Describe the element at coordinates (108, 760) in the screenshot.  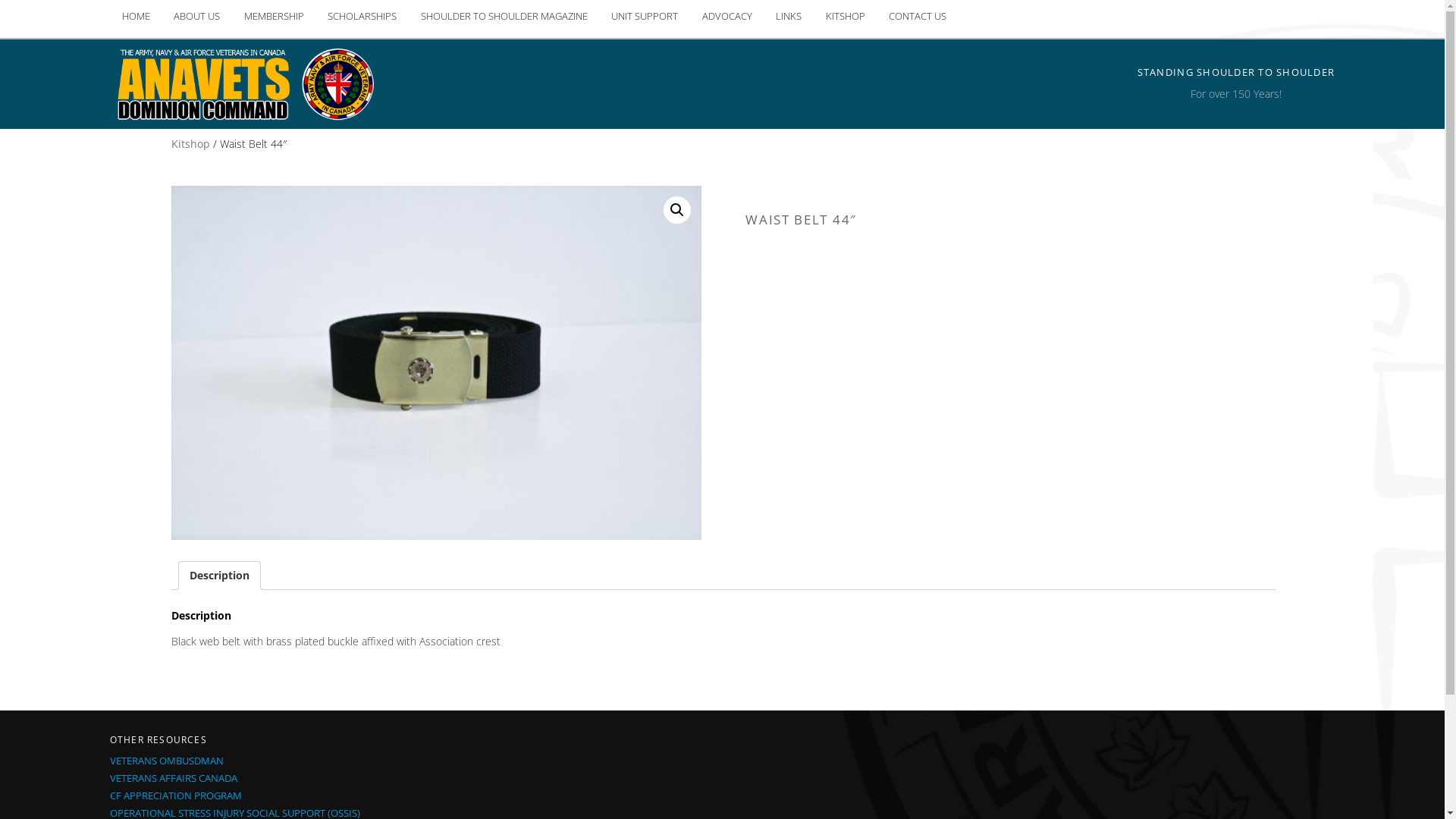
I see `'VETERANS OMBUSDMAN'` at that location.